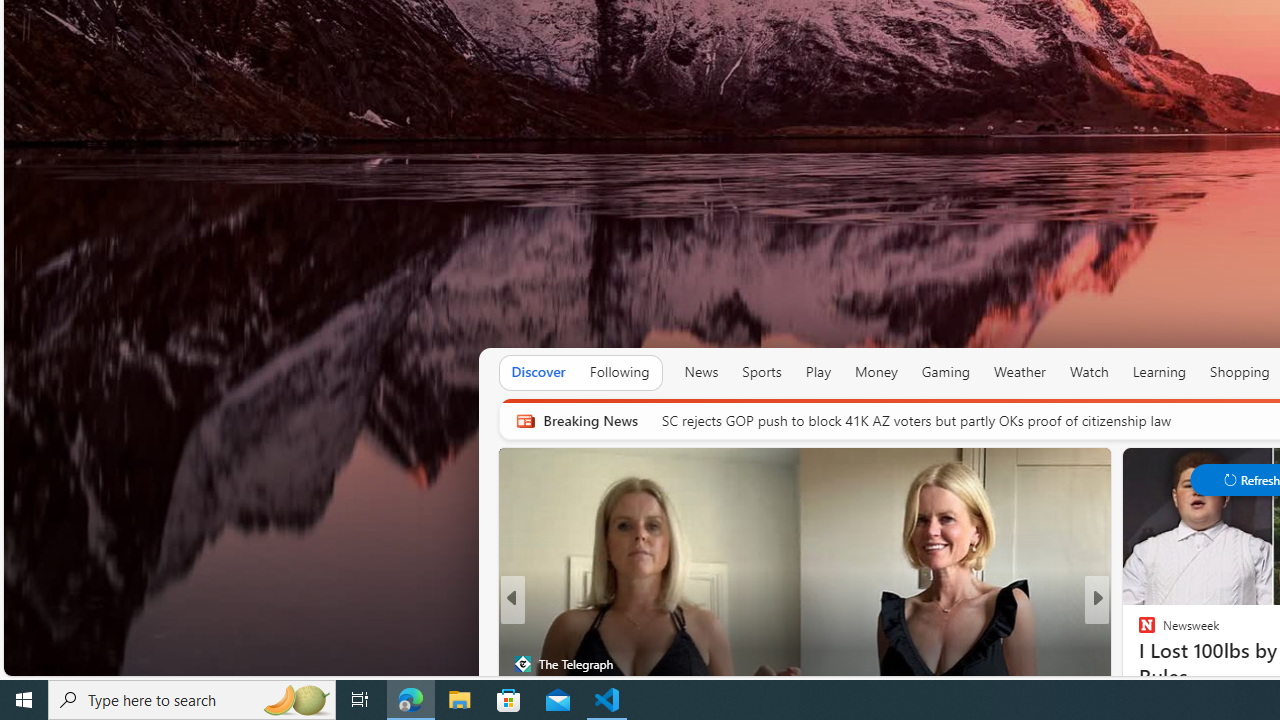 Image resolution: width=1280 pixels, height=720 pixels. What do you see at coordinates (944, 371) in the screenshot?
I see `'Gaming'` at bounding box center [944, 371].